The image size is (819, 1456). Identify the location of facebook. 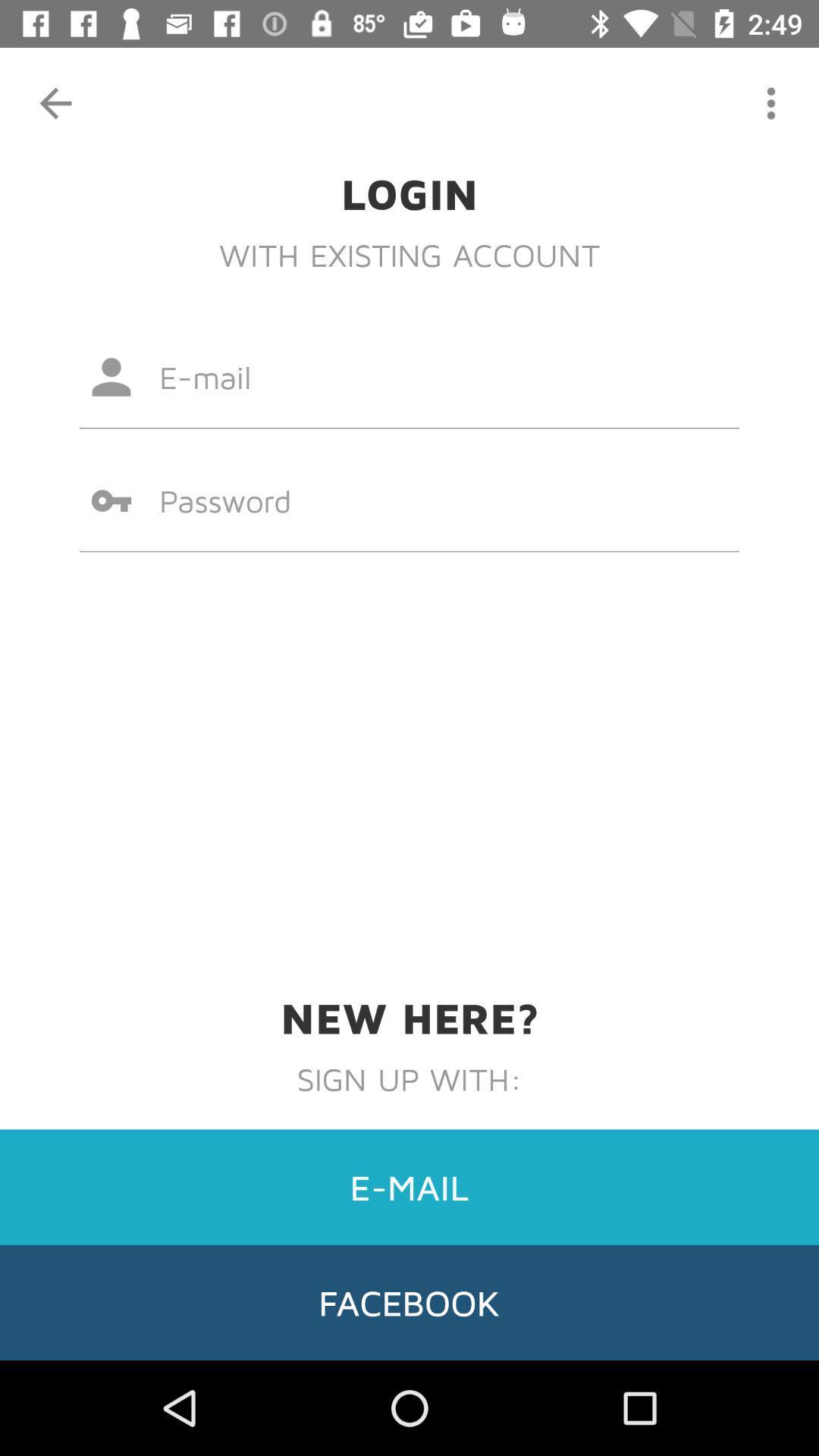
(409, 1301).